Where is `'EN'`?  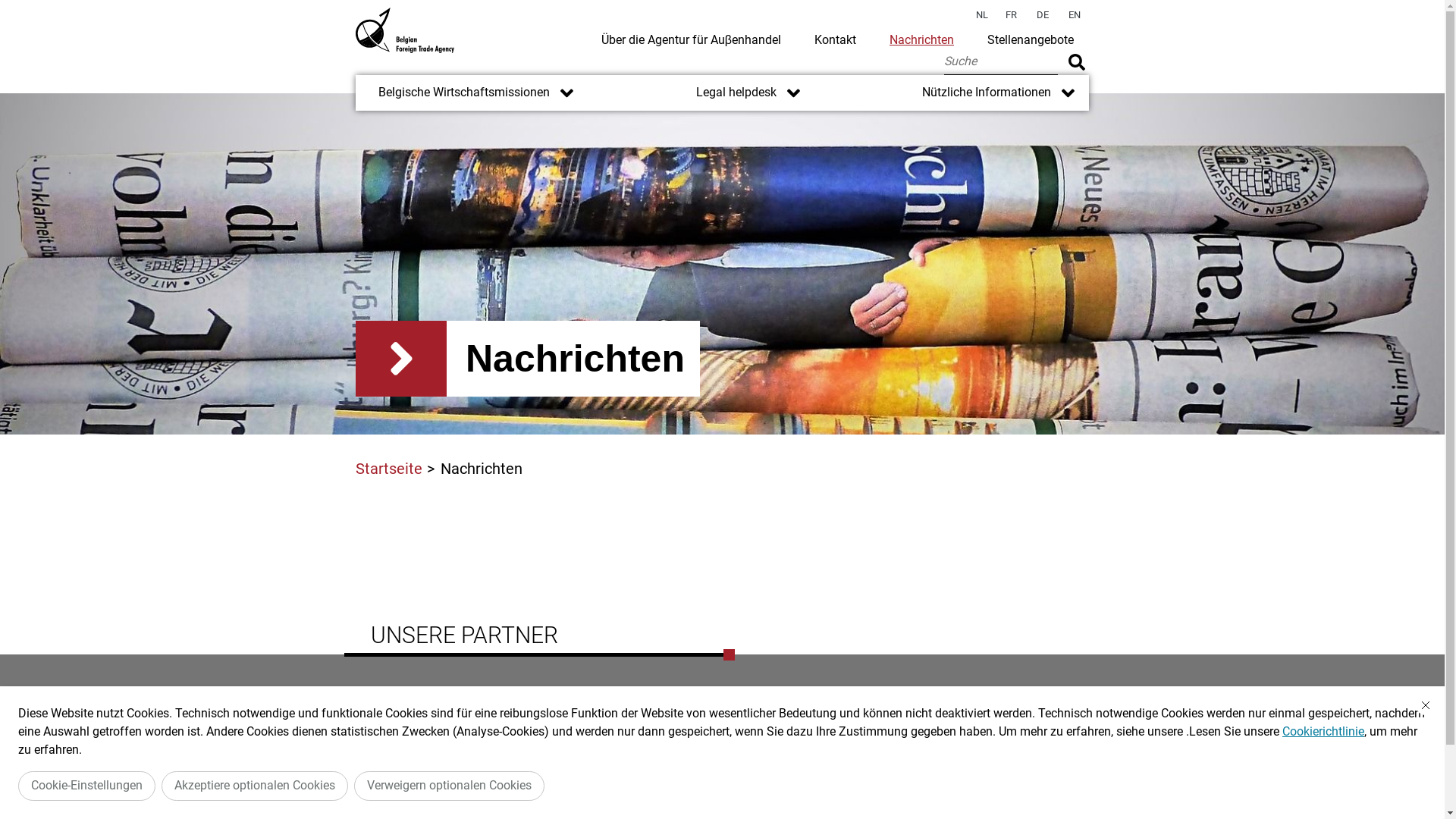 'EN' is located at coordinates (1073, 15).